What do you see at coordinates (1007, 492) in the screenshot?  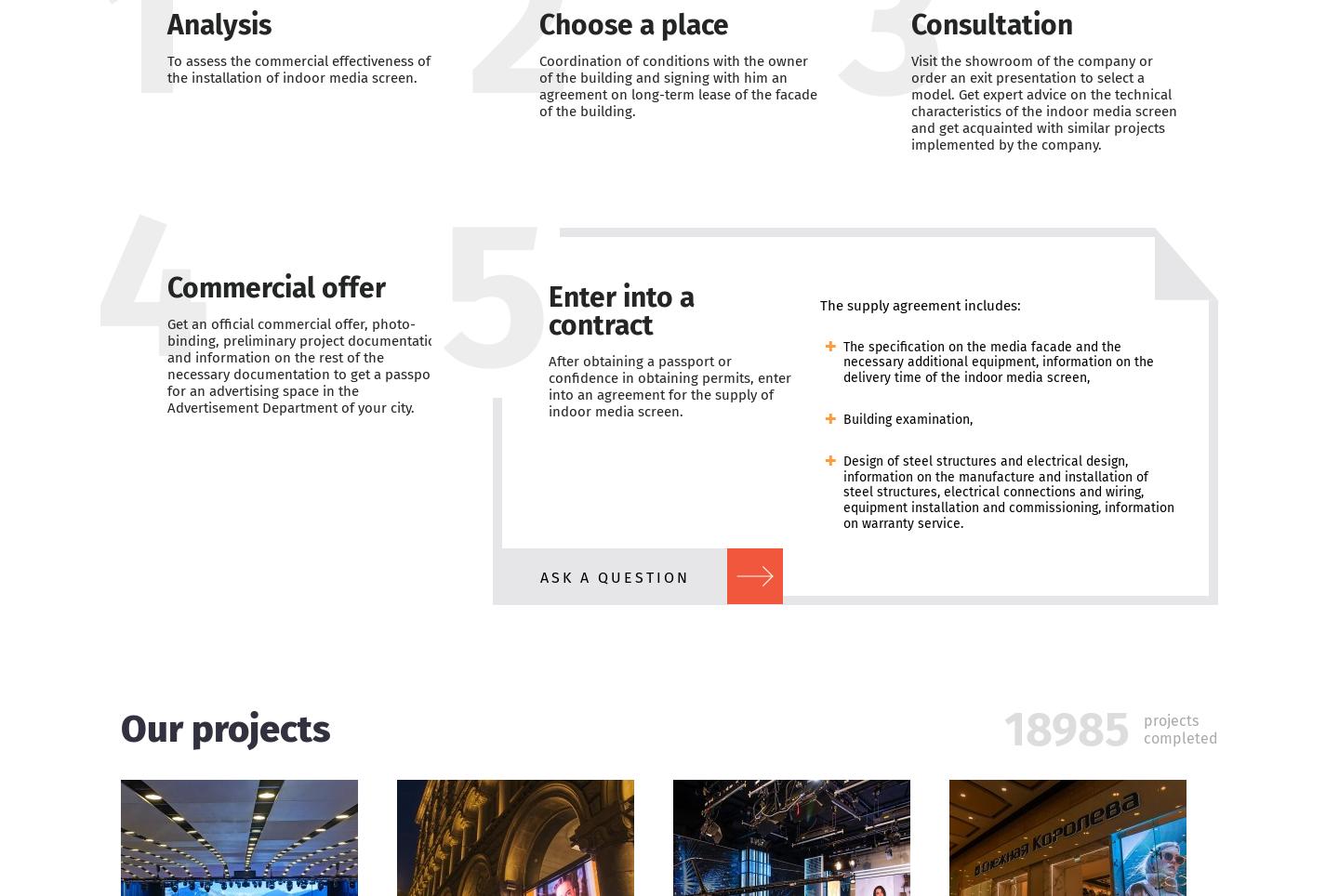 I see `'Design of steel structures and electrical design, information on the manufacture and installation of steel structures, electrical connections and wiring, equipment installation and commissioning, information on warranty service.'` at bounding box center [1007, 492].